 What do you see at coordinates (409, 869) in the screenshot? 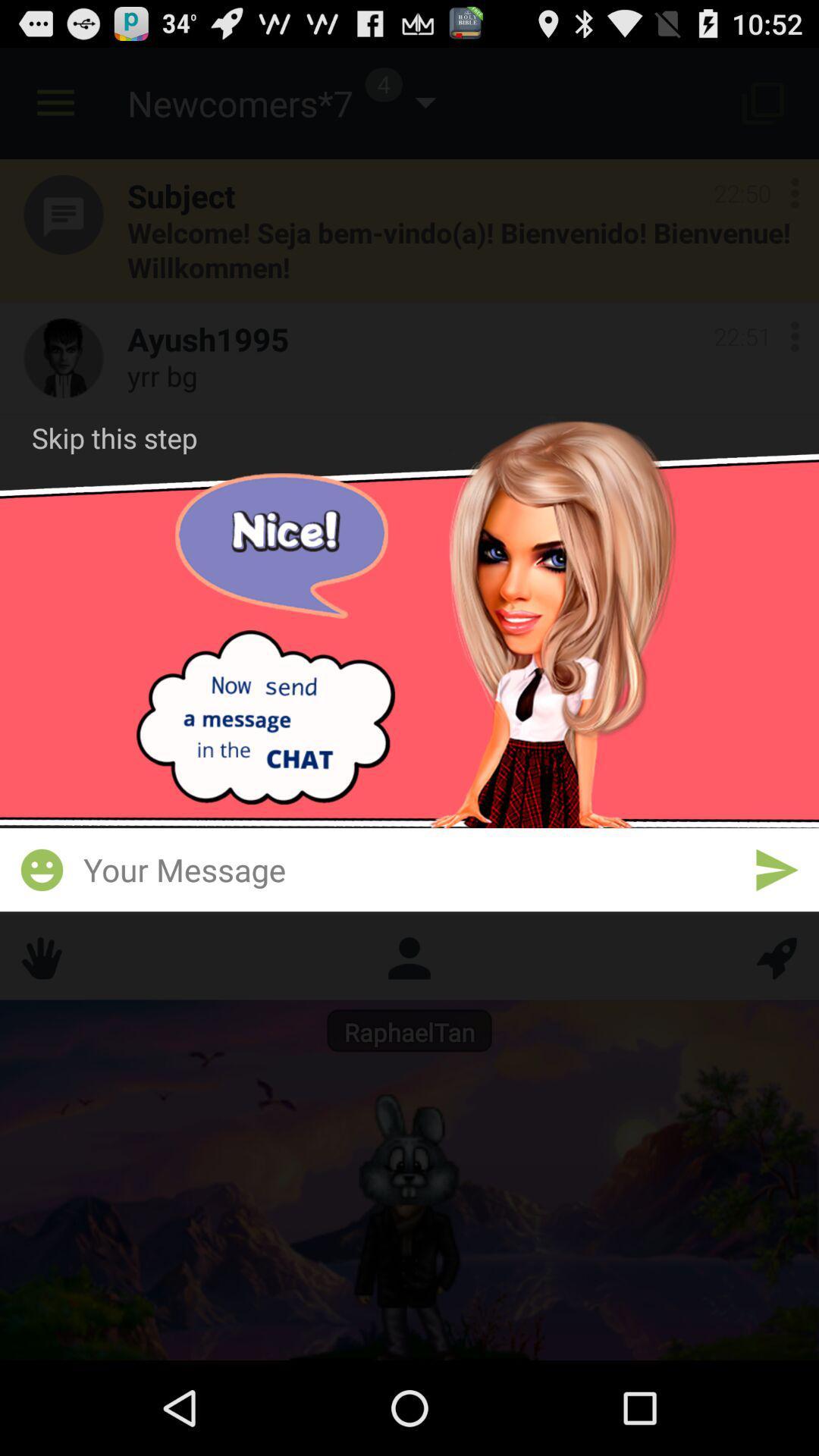
I see `write your message` at bounding box center [409, 869].